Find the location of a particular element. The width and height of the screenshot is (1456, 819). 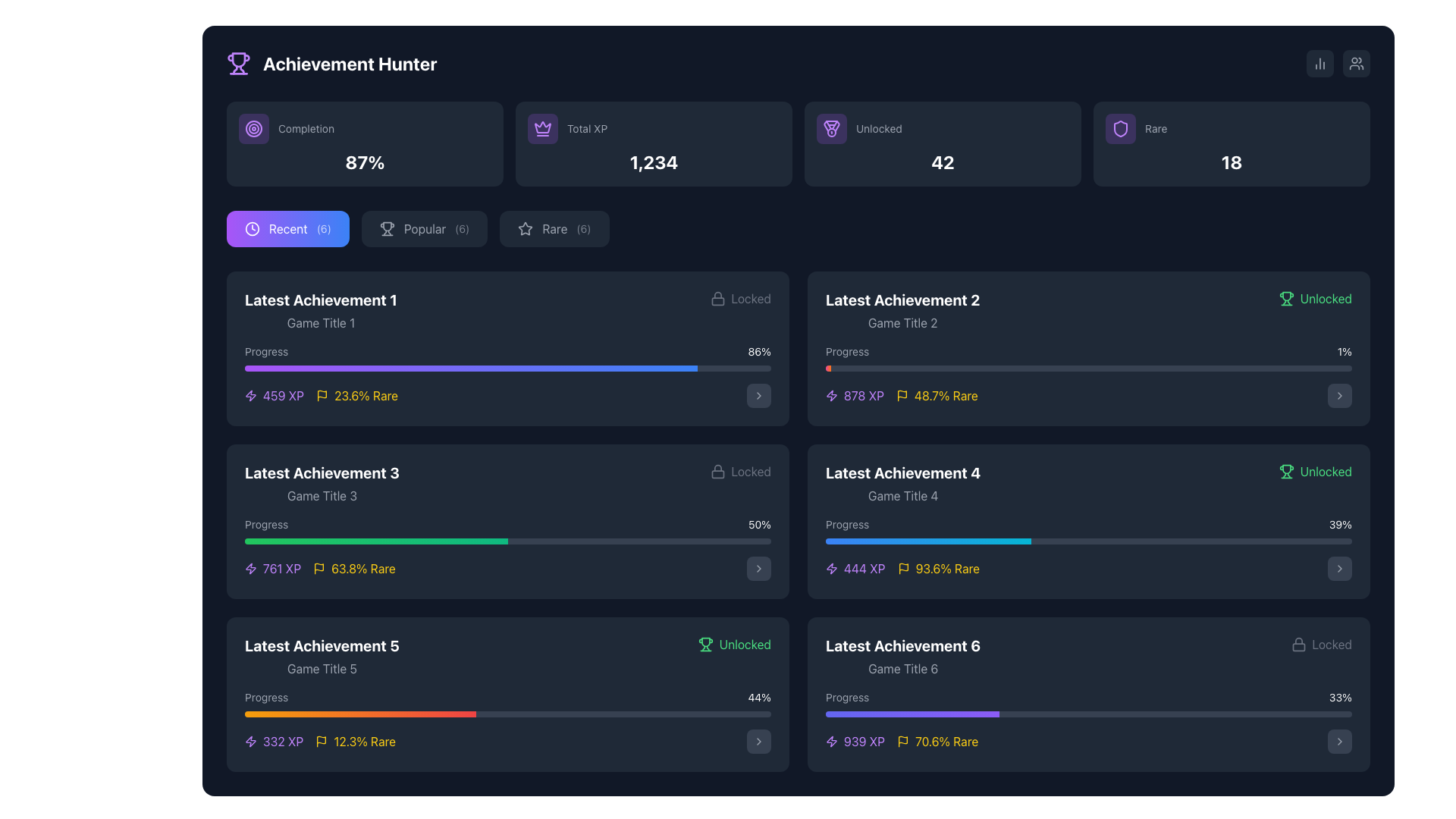

the 'Progress' text label in gray font color located in the 'Latest Achievement 6' section at the bottom-right of the interface is located at coordinates (846, 698).